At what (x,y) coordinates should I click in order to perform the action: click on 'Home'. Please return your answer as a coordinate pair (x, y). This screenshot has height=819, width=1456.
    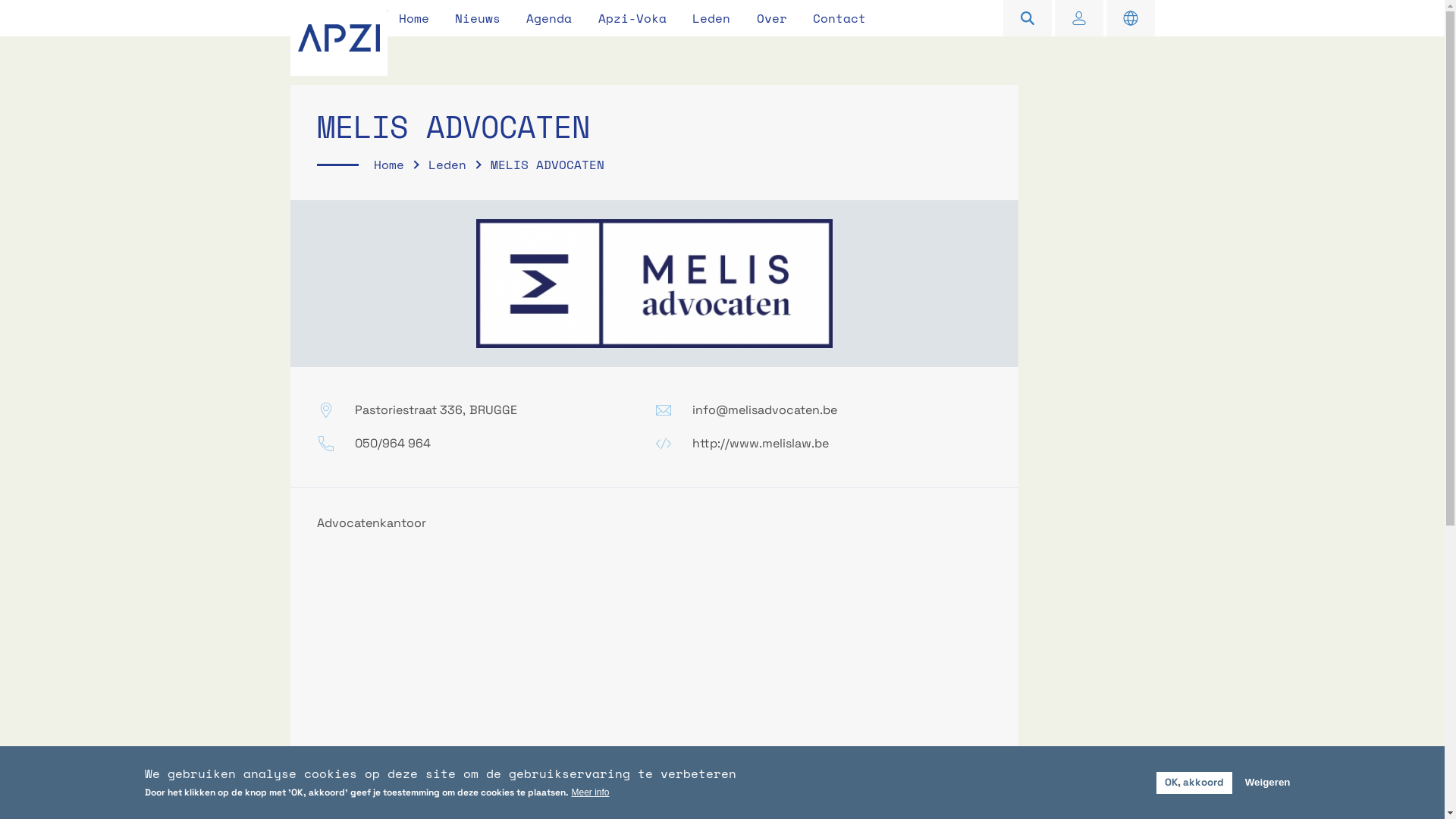
    Looking at the image, I should click on (388, 164).